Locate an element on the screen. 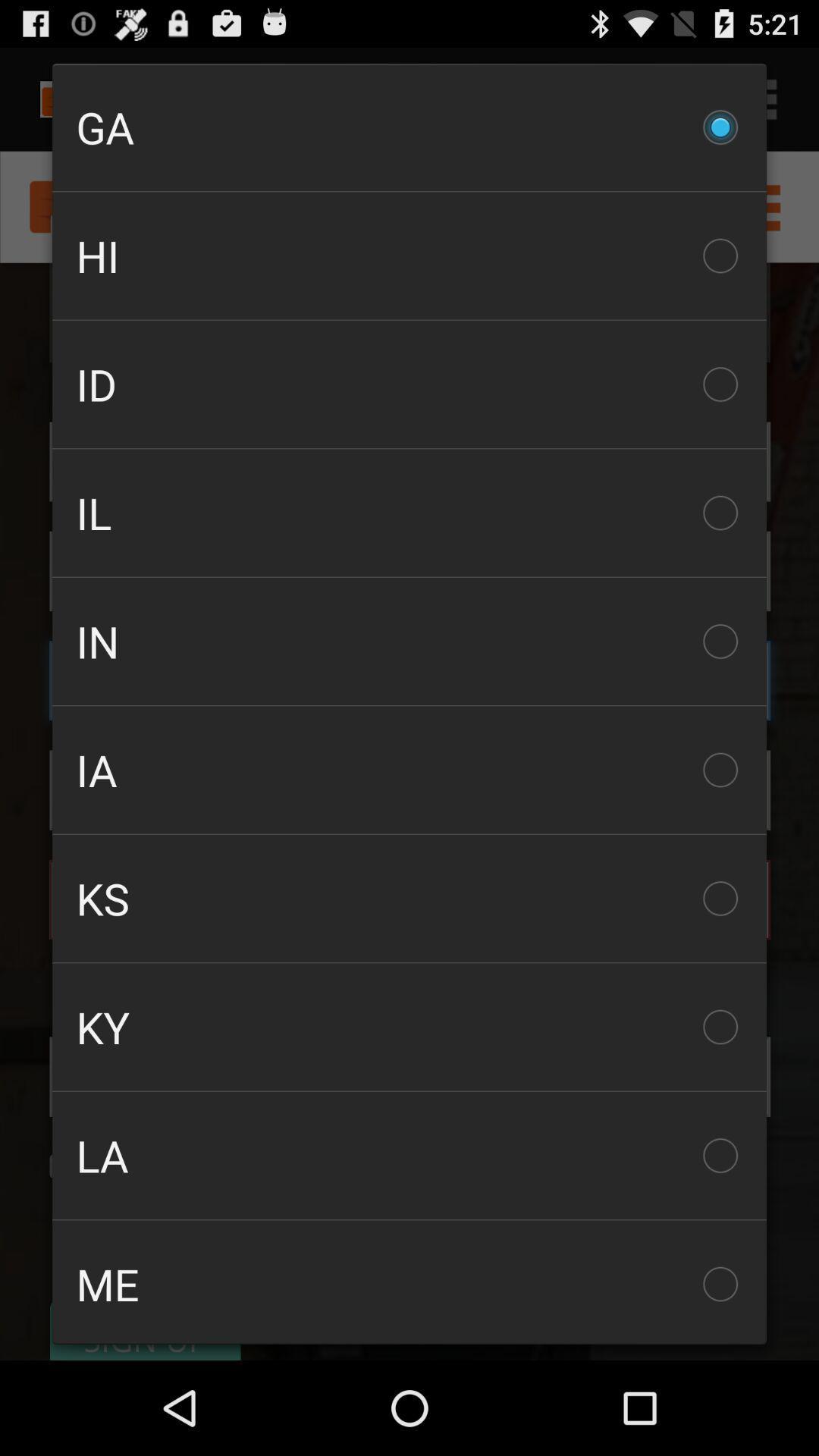 This screenshot has width=819, height=1456. checkbox above the in checkbox is located at coordinates (409, 513).